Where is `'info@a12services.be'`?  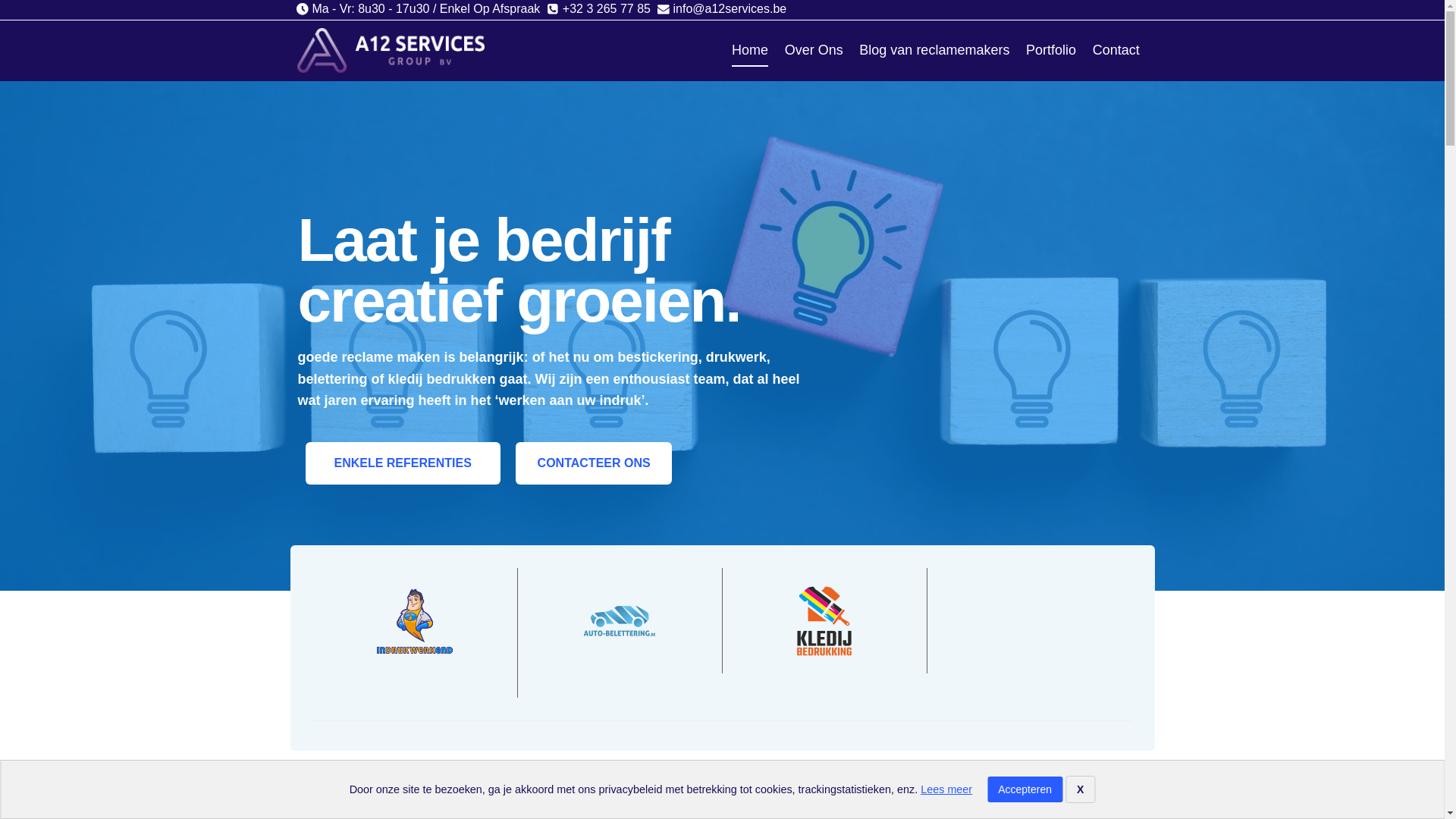 'info@a12services.be' is located at coordinates (720, 9).